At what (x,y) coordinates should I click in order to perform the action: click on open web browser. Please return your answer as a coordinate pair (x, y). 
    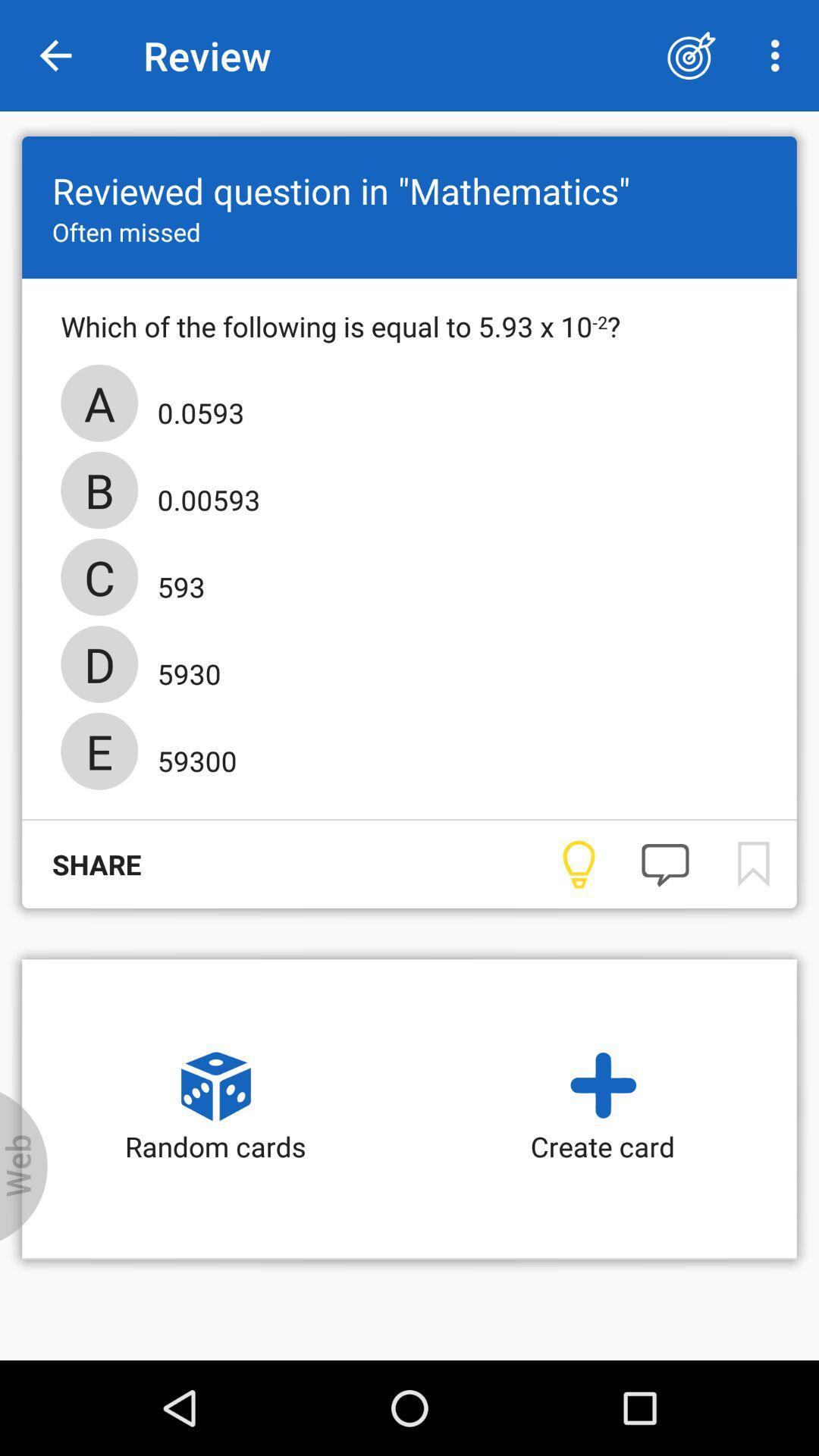
    Looking at the image, I should click on (24, 1166).